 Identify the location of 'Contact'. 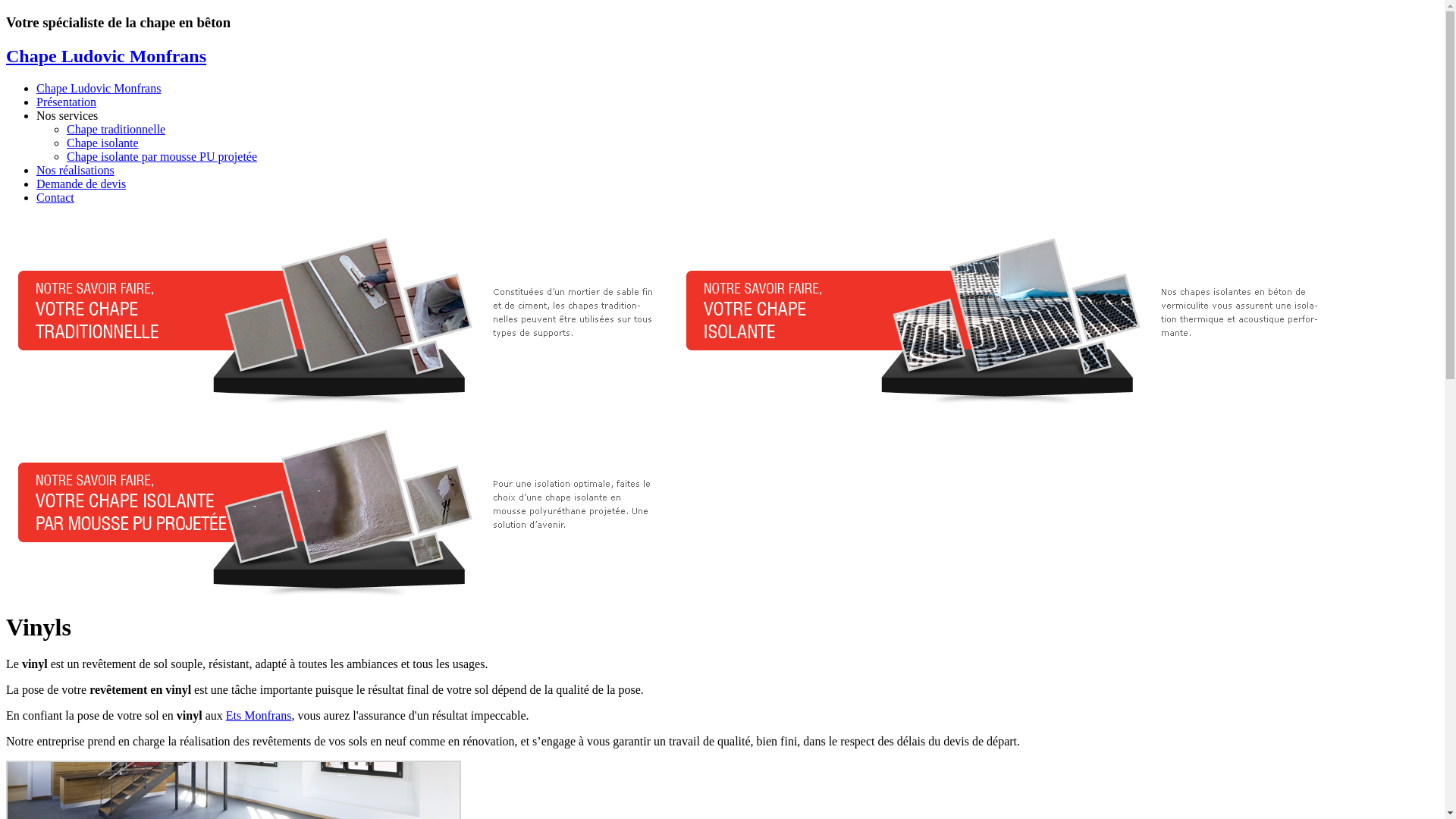
(55, 196).